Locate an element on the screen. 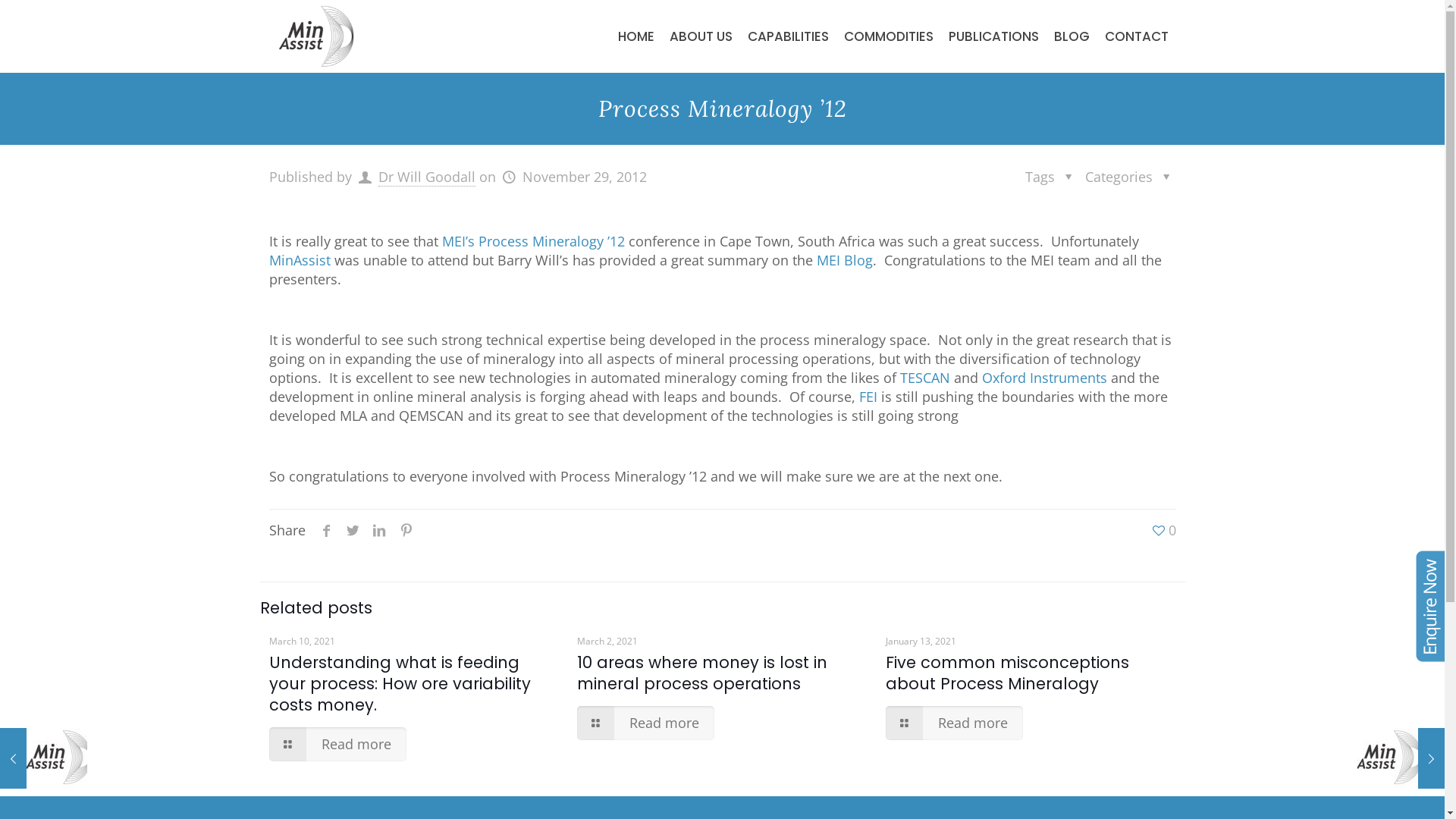  'CAPABILITIES' is located at coordinates (739, 35).